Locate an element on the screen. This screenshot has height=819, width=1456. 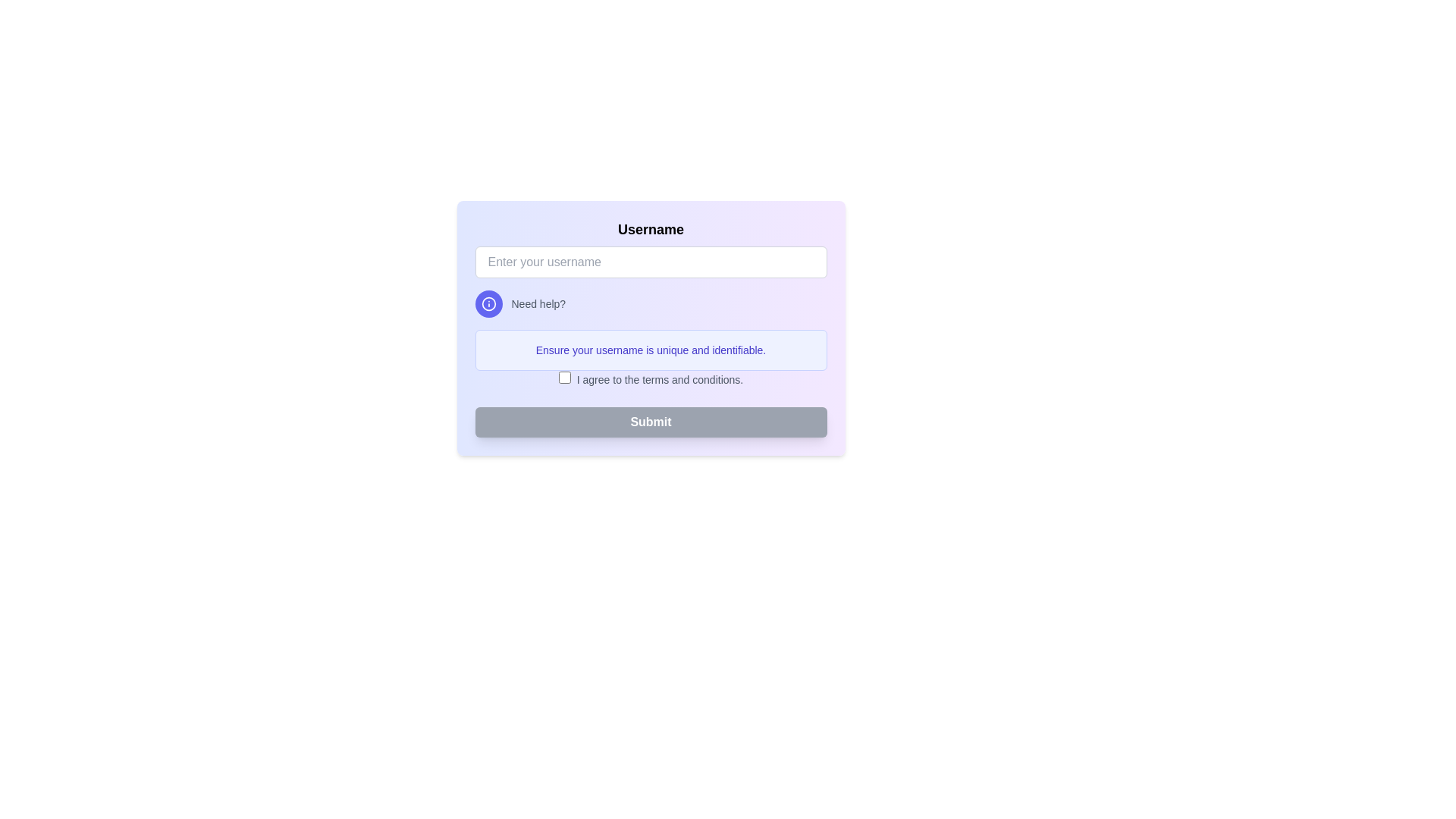
the checkbox located to the left of the text 'I agree to the terms and conditions' to check or uncheck it is located at coordinates (563, 376).